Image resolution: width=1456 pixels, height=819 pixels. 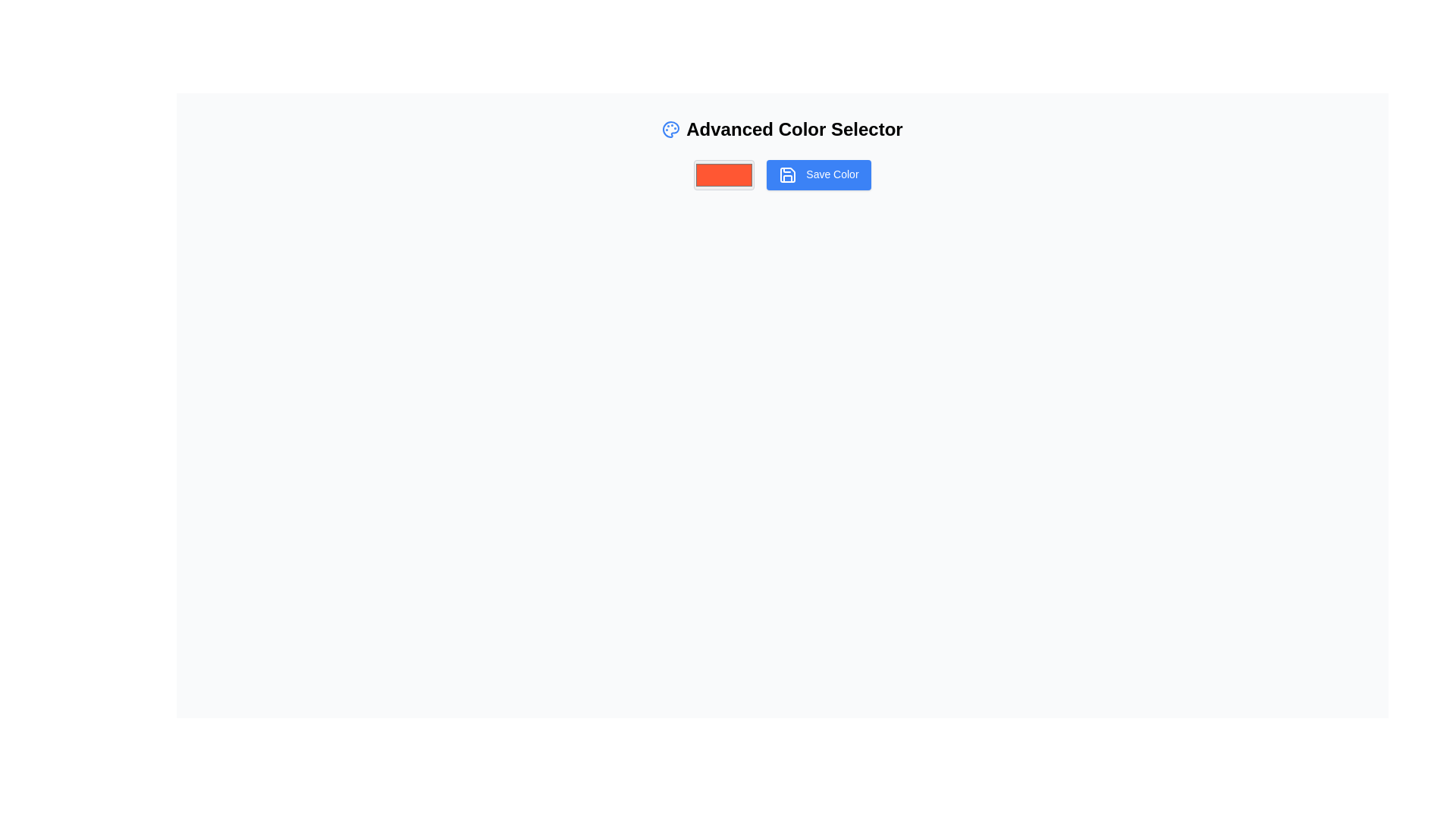 What do you see at coordinates (670, 128) in the screenshot?
I see `the SVG graphical element icon for color selection located in the top-left section of the interface, adjacent to the text 'Advanced Color Selector'` at bounding box center [670, 128].